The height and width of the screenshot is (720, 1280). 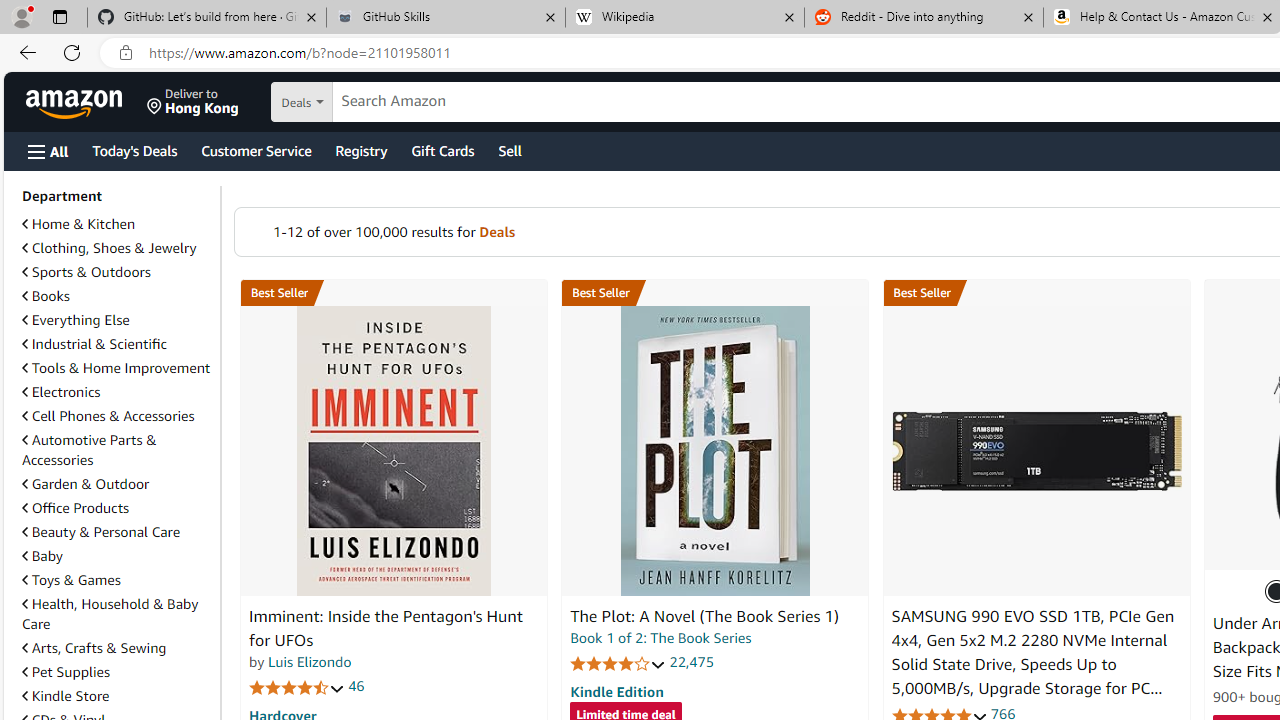 What do you see at coordinates (193, 101) in the screenshot?
I see `'Deliver to Hong Kong'` at bounding box center [193, 101].